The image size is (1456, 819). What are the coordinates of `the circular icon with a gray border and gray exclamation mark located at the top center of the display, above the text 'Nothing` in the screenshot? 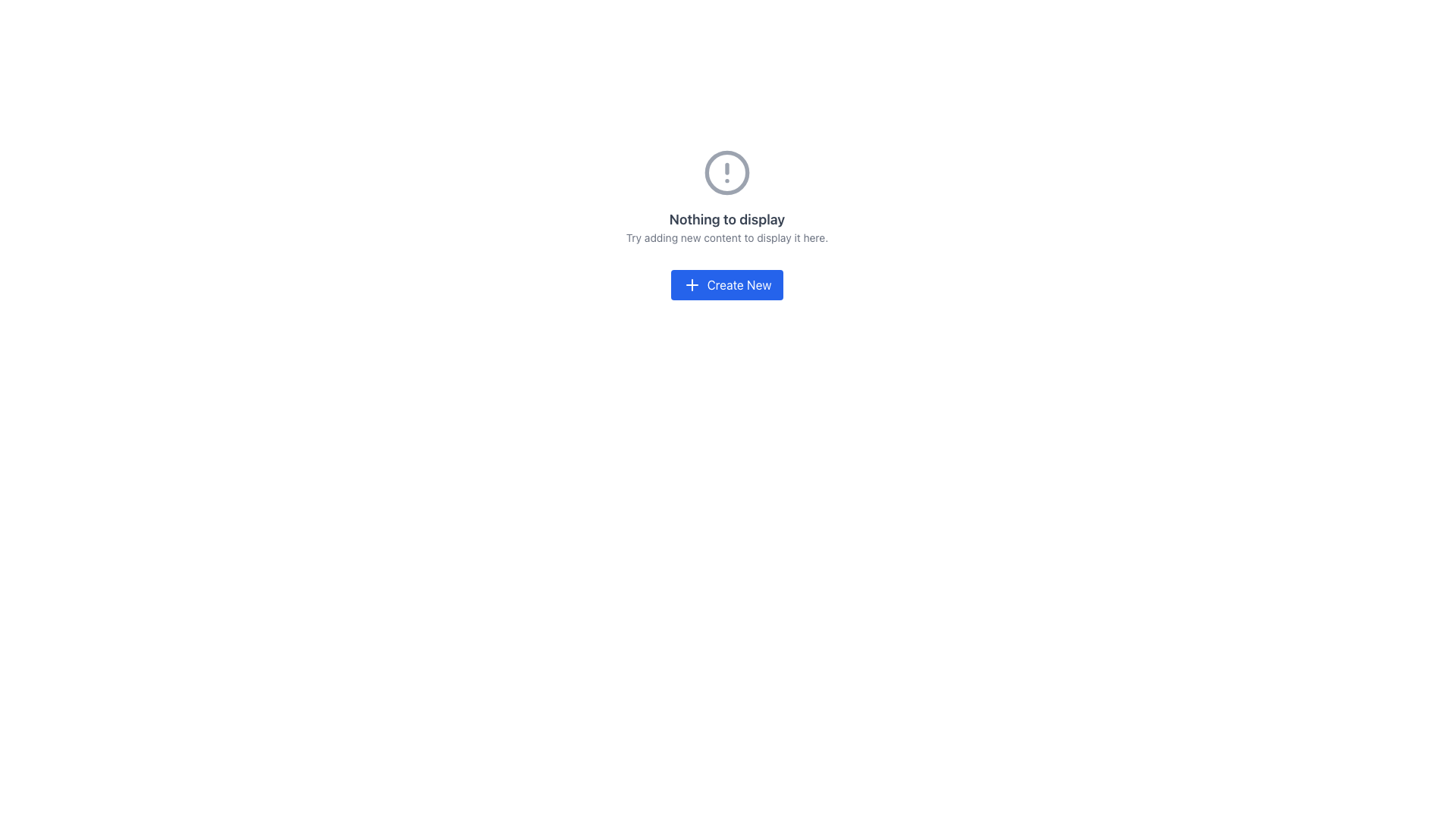 It's located at (726, 171).